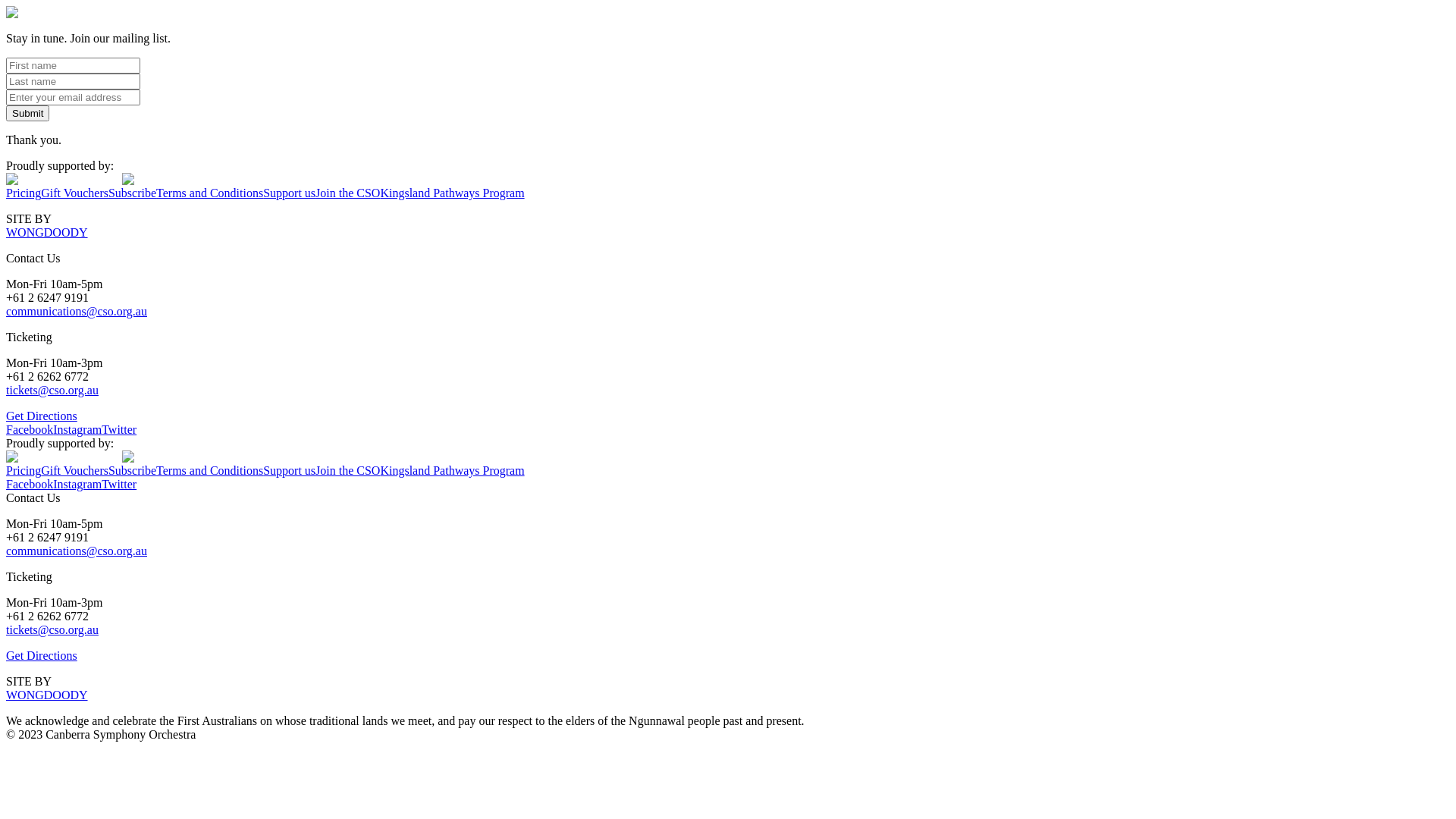  Describe the element at coordinates (76, 429) in the screenshot. I see `'Instagram'` at that location.